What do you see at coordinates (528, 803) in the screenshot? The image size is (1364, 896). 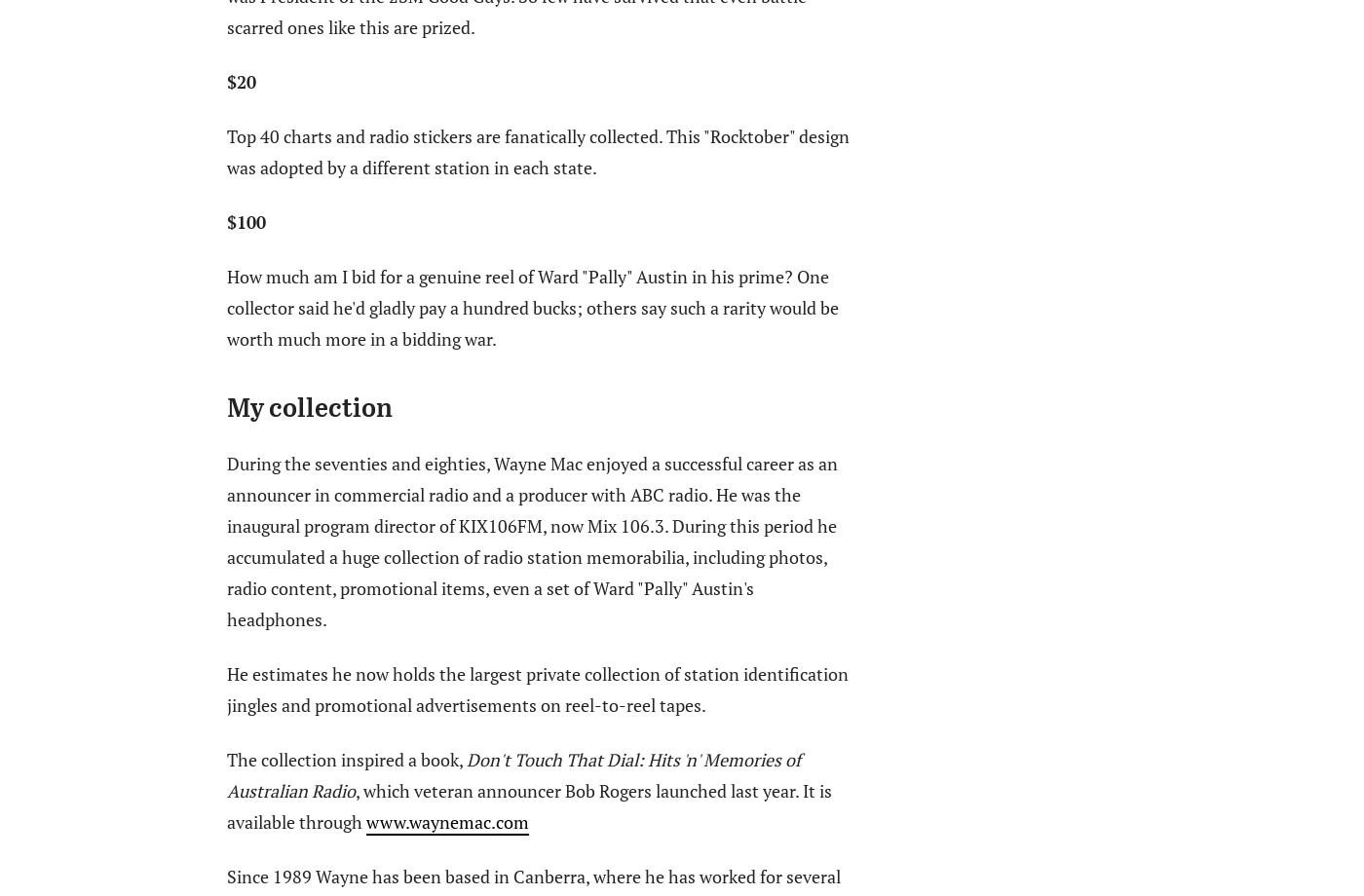 I see `', which veteran announcer Bob Rogers launched last year. It is available through'` at bounding box center [528, 803].